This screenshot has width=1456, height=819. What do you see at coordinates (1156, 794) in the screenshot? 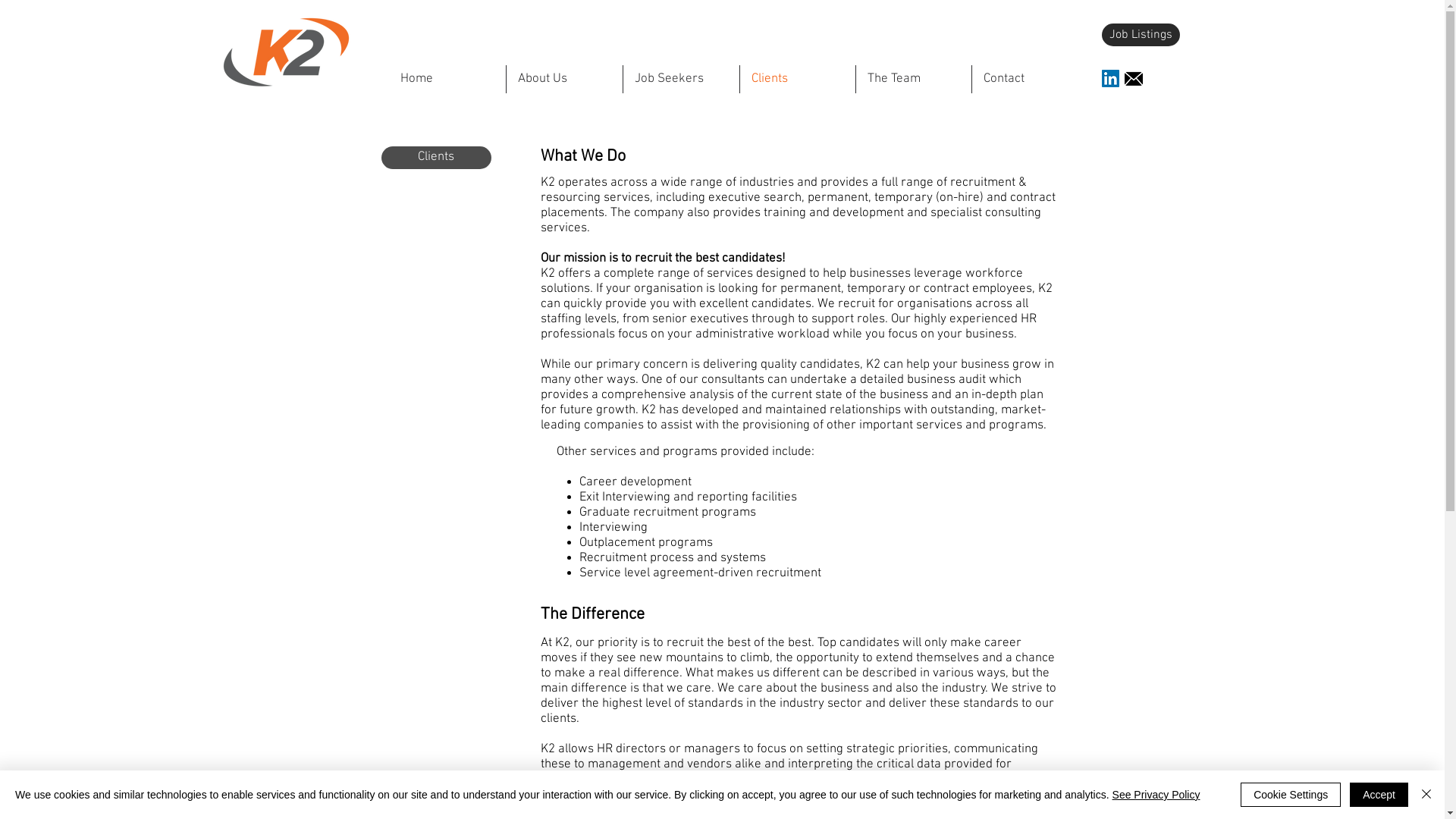
I see `'See Privacy Policy'` at bounding box center [1156, 794].